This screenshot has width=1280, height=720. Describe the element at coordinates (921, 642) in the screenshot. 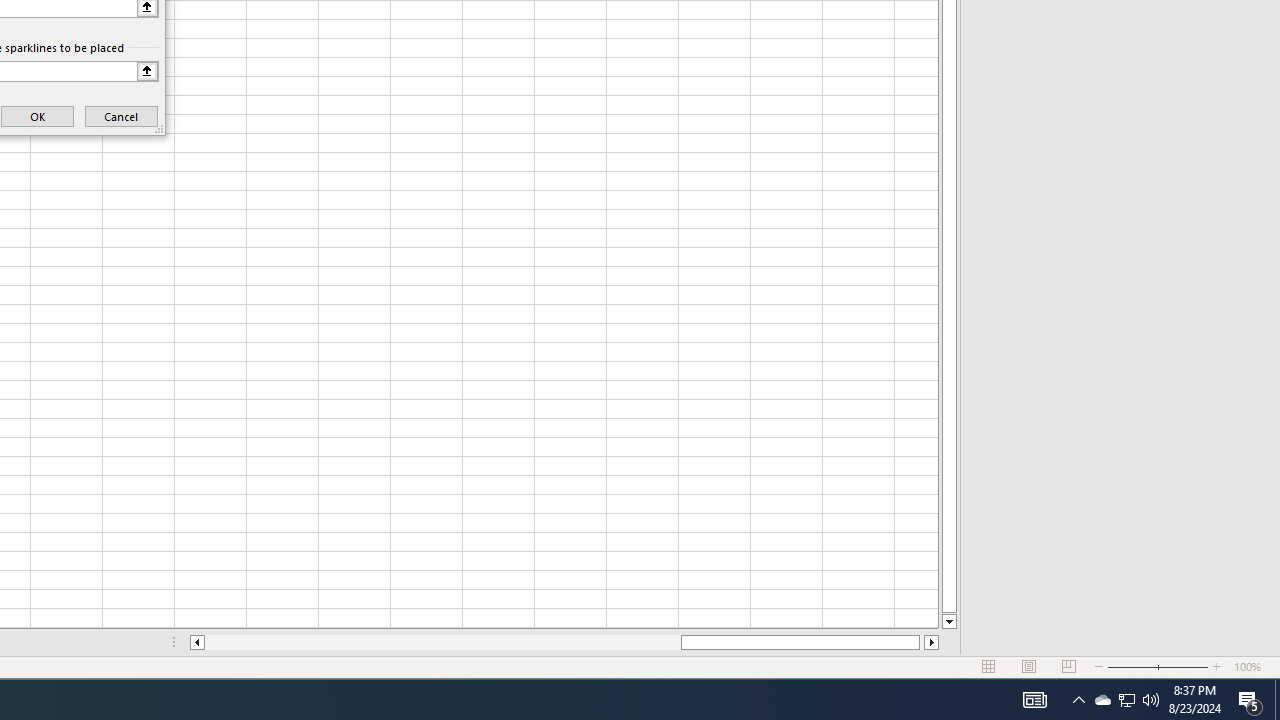

I see `'Page right'` at that location.